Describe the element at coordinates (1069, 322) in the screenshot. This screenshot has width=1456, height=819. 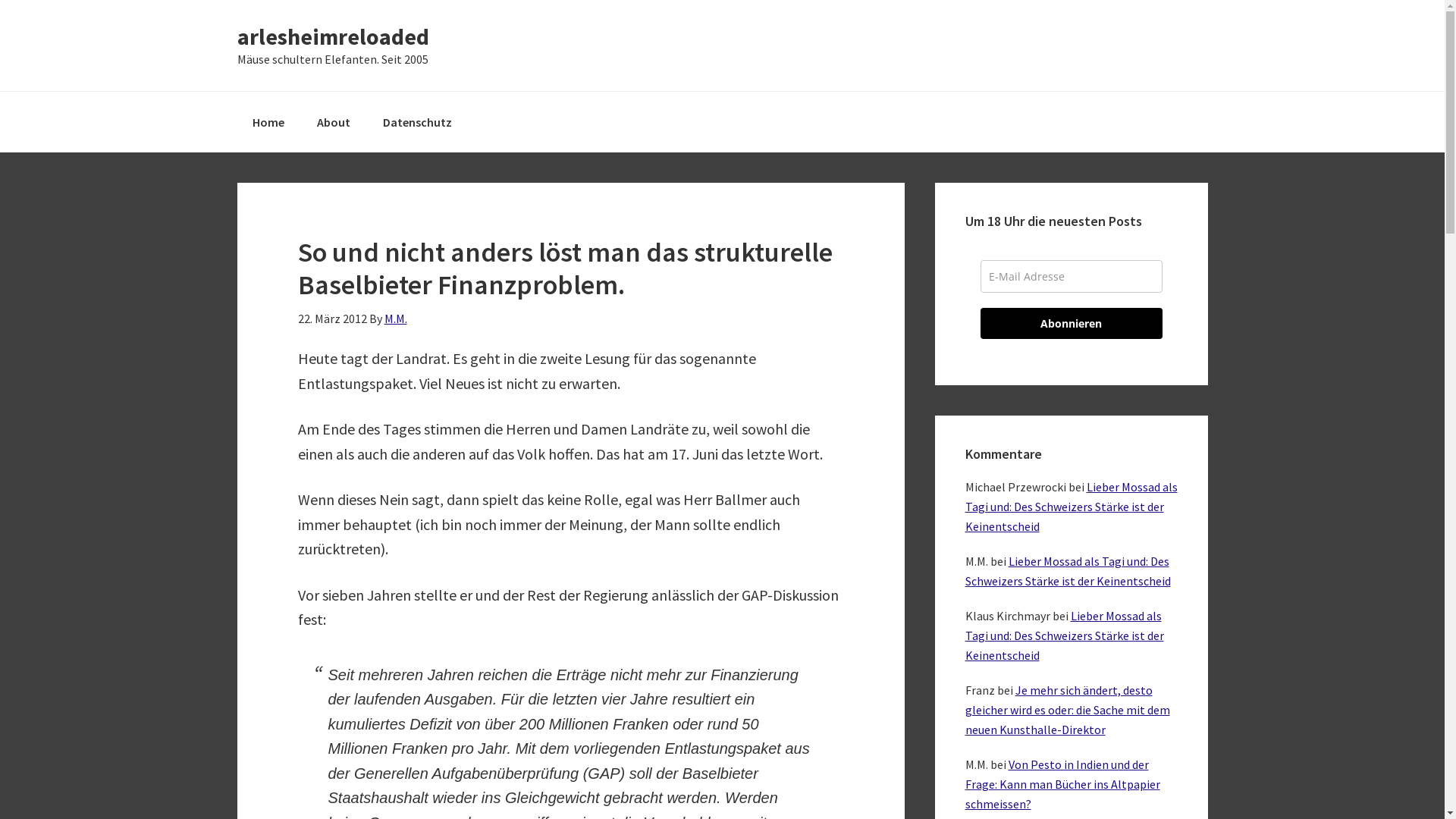
I see `'Abonnieren'` at that location.